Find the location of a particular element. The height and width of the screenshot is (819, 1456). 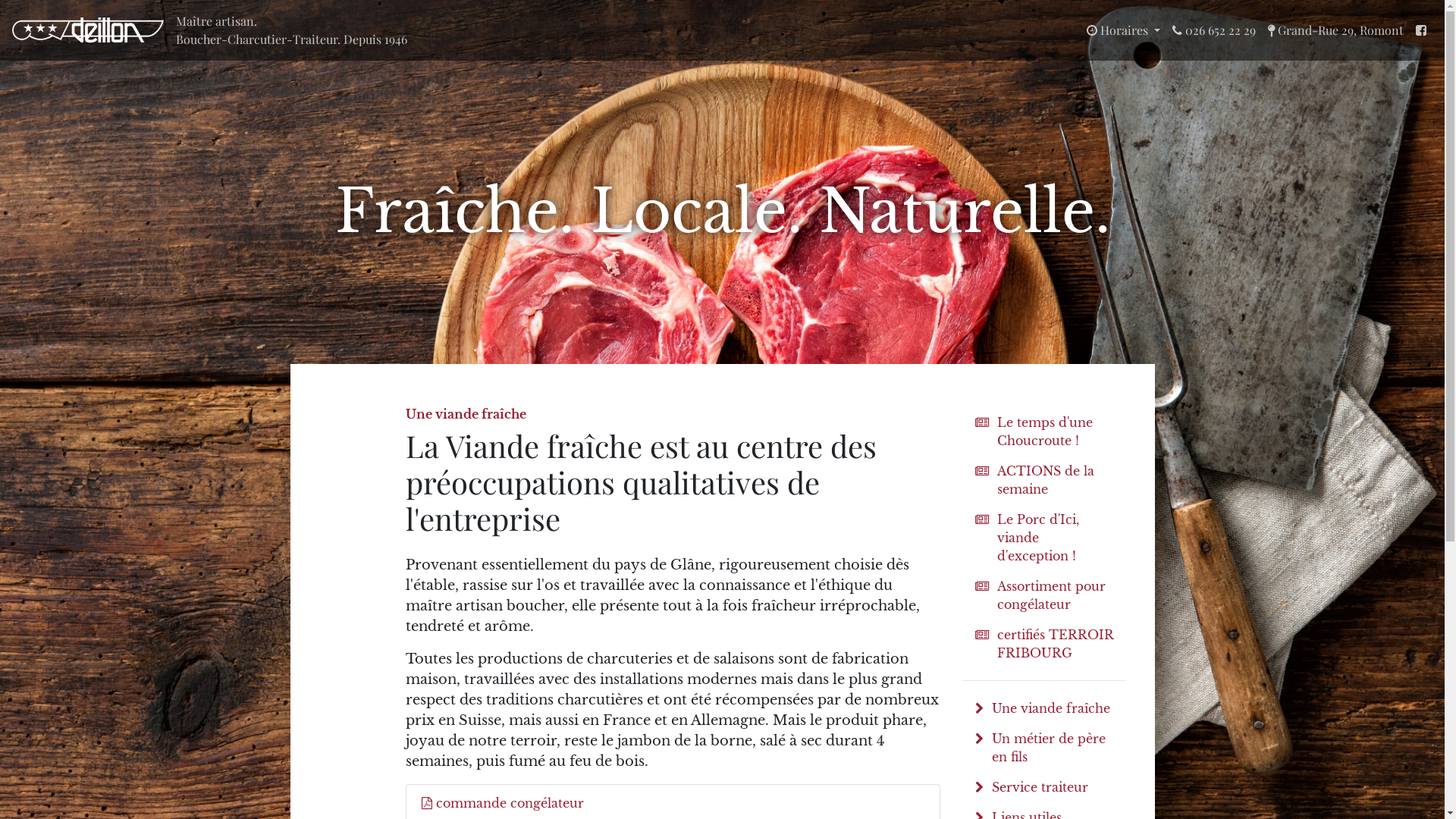

'Horaires' is located at coordinates (1123, 30).